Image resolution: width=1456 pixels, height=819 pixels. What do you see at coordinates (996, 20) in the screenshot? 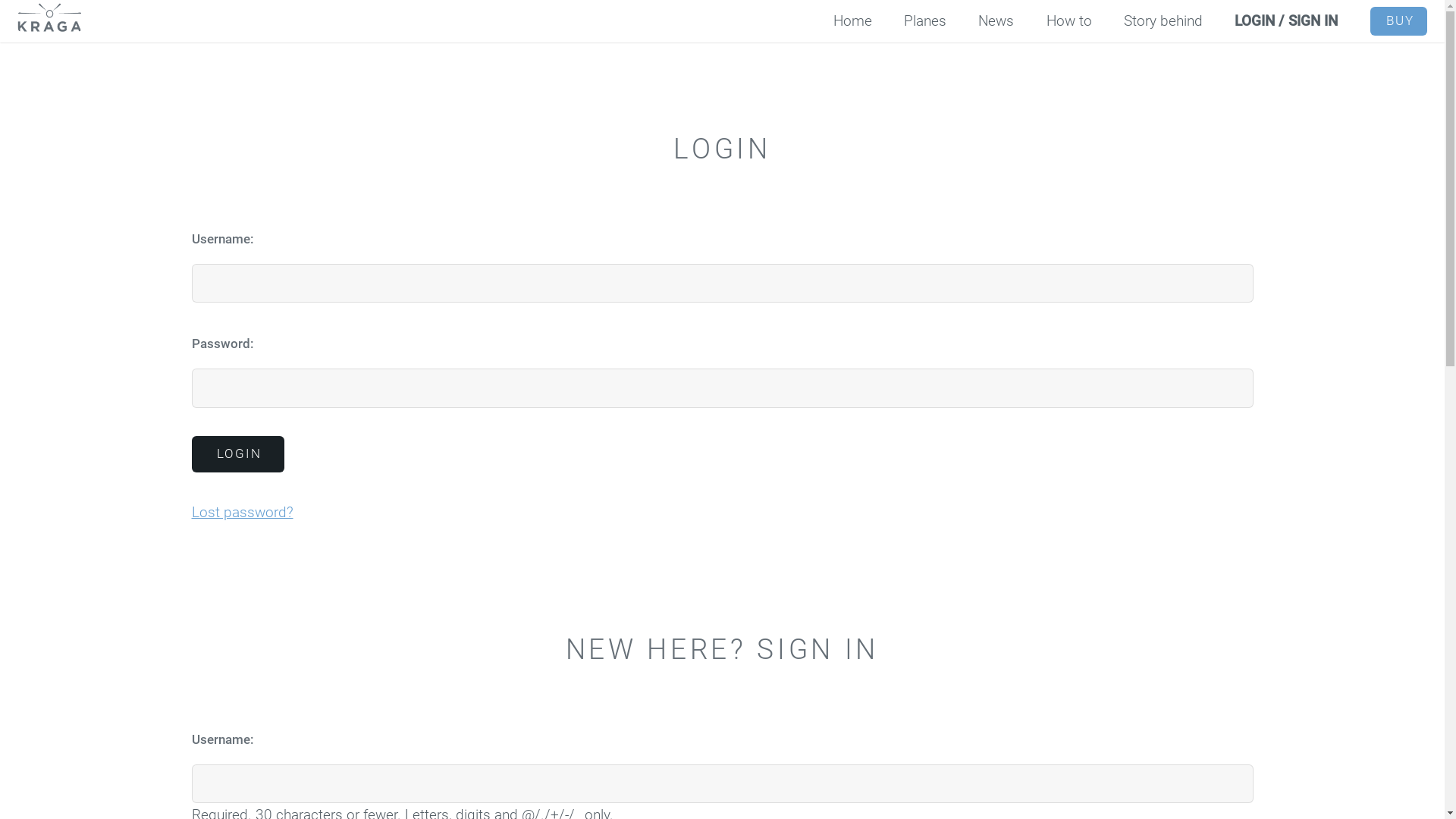
I see `'News'` at bounding box center [996, 20].